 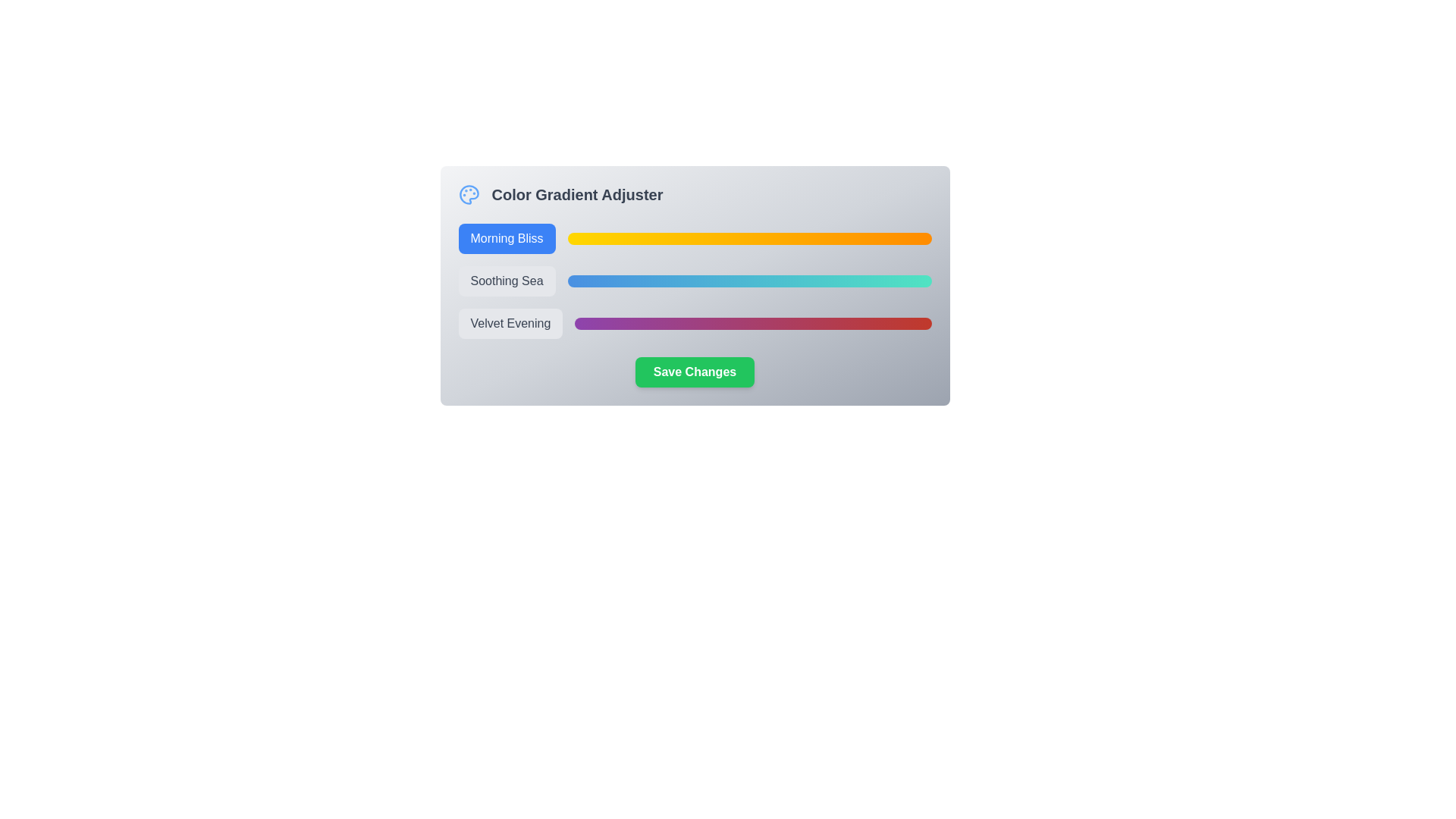 What do you see at coordinates (753, 323) in the screenshot?
I see `the gradient preview bar associated with Velvet Evening to observe its gradient` at bounding box center [753, 323].